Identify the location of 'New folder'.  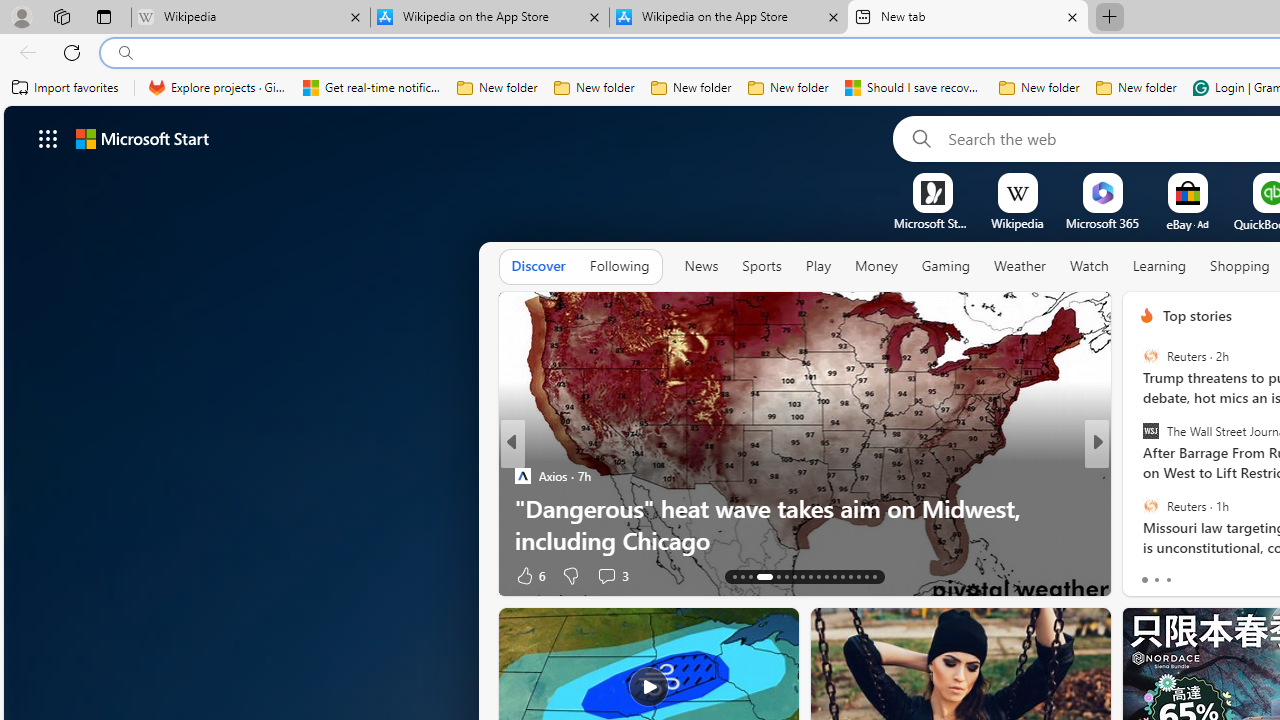
(1136, 87).